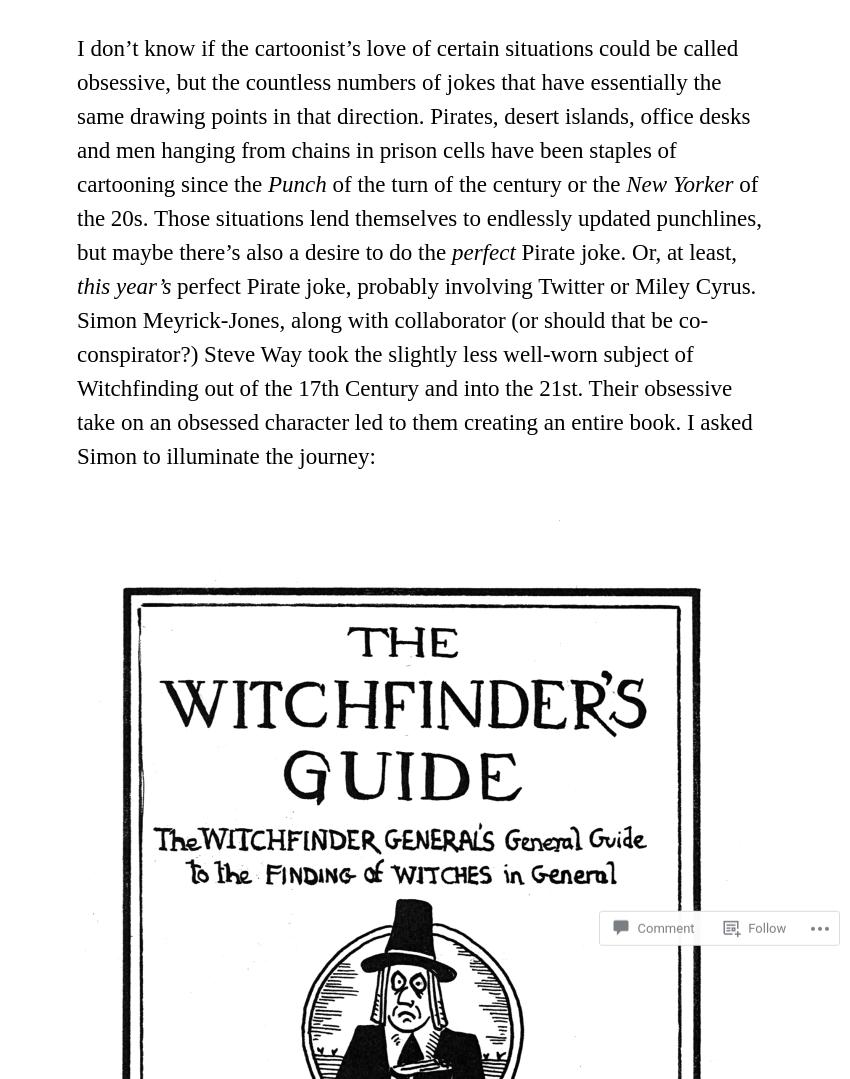  Describe the element at coordinates (766, 892) in the screenshot. I see `'Follow'` at that location.